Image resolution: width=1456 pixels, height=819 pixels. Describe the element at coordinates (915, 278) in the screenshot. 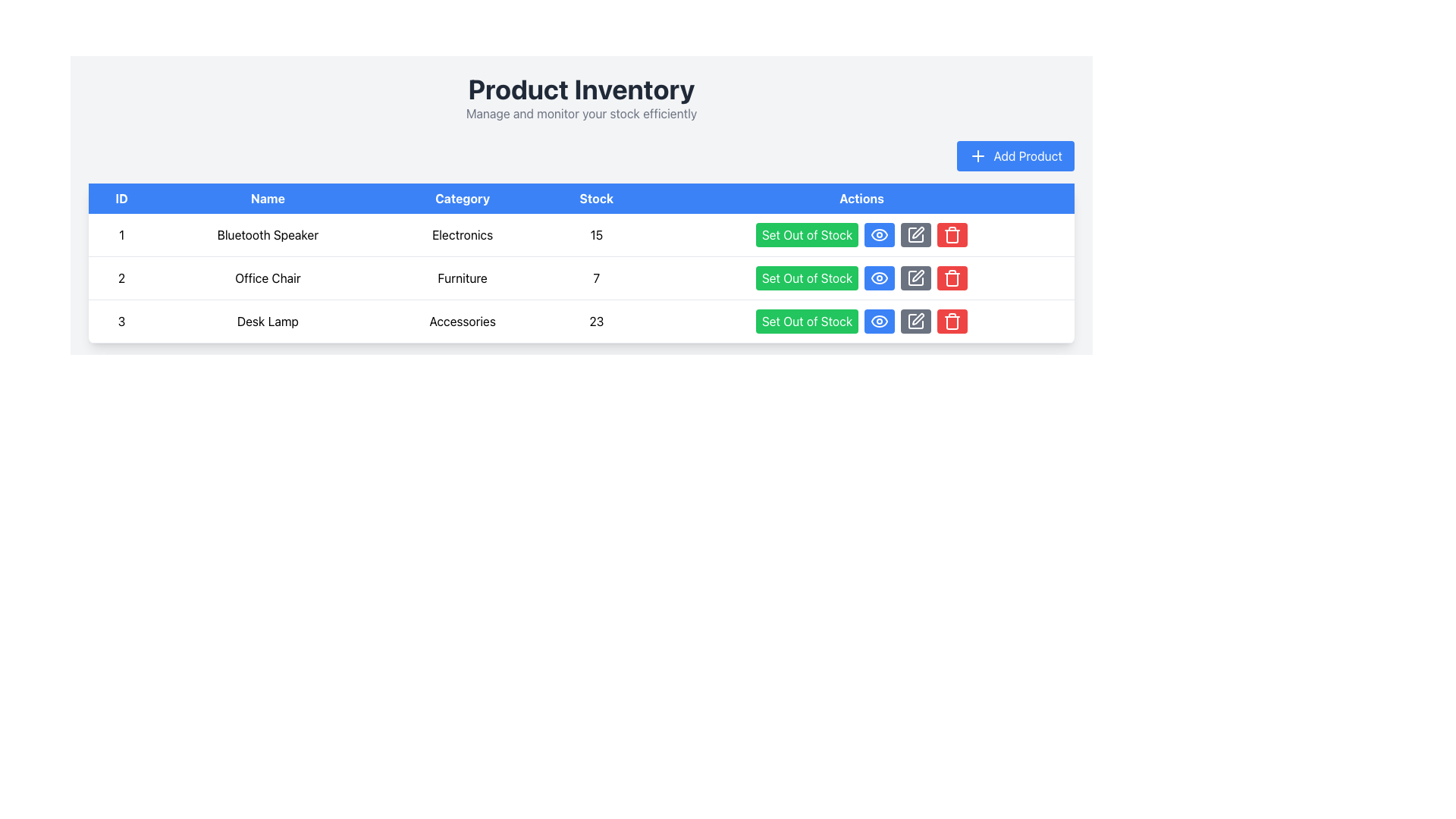

I see `the solid outline square icon with rounded corners in the 'Actions' column, second row of the table` at that location.